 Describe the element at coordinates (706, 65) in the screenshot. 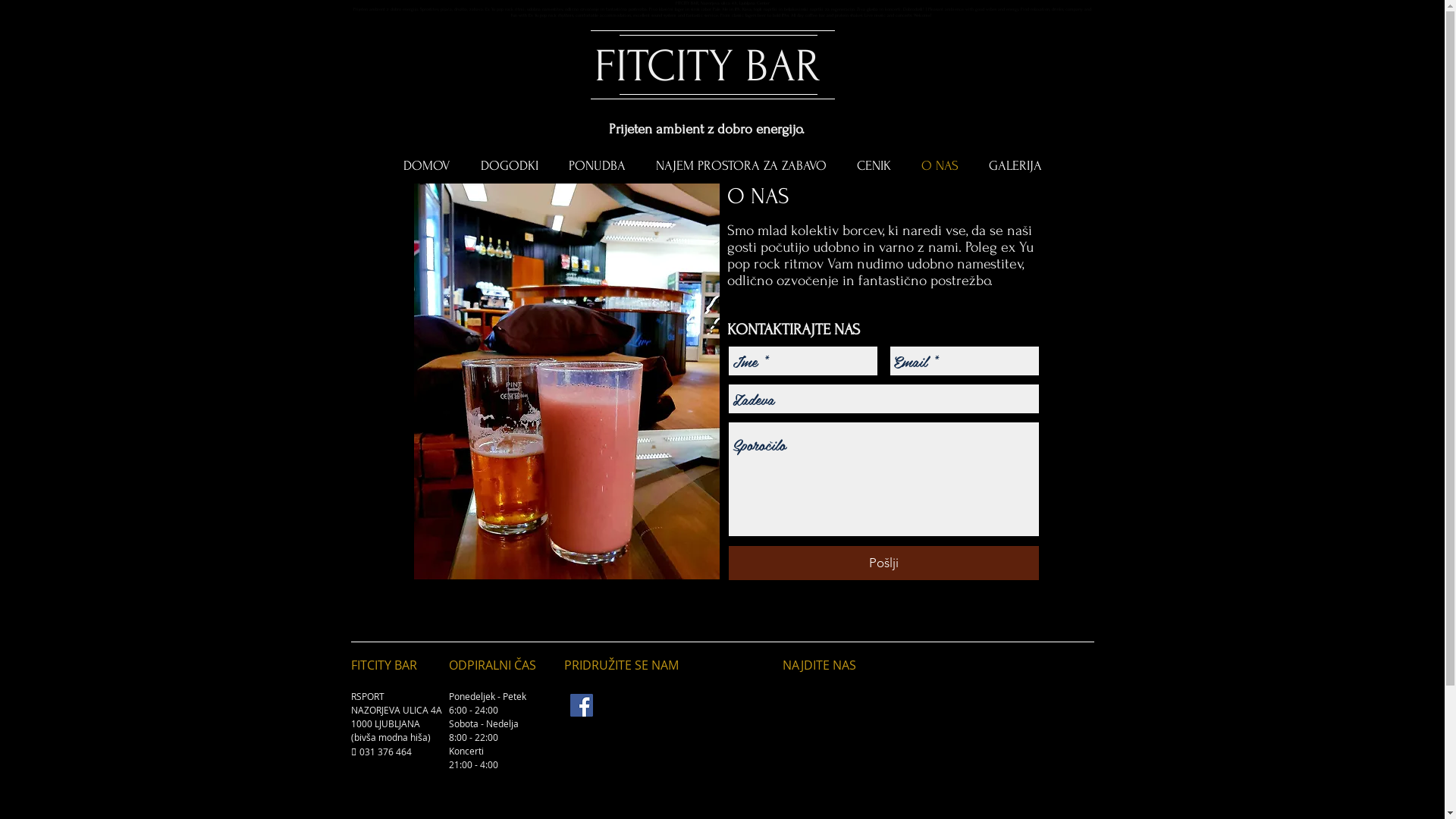

I see `'FITCITY BAR'` at that location.